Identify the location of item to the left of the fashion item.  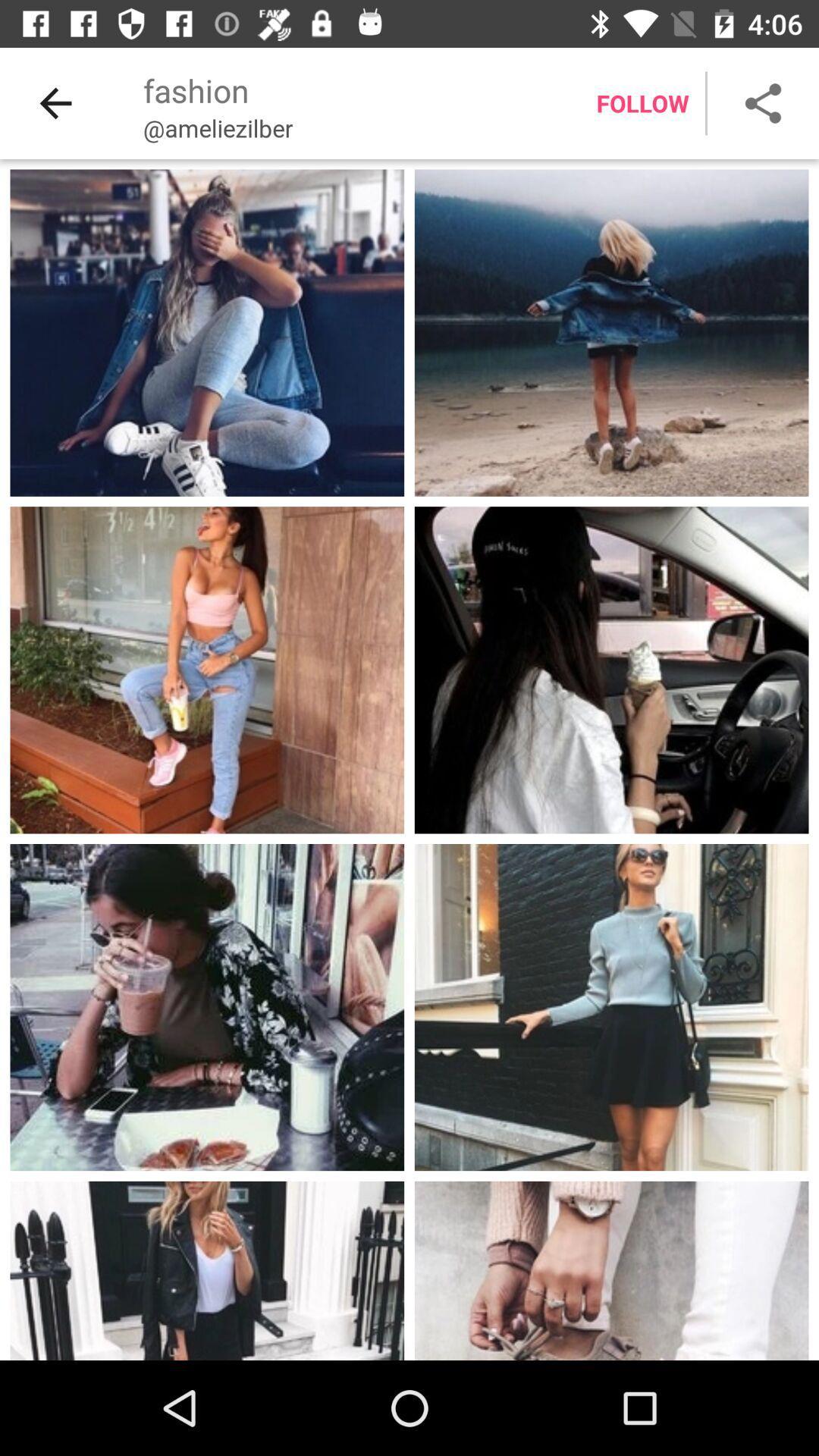
(55, 102).